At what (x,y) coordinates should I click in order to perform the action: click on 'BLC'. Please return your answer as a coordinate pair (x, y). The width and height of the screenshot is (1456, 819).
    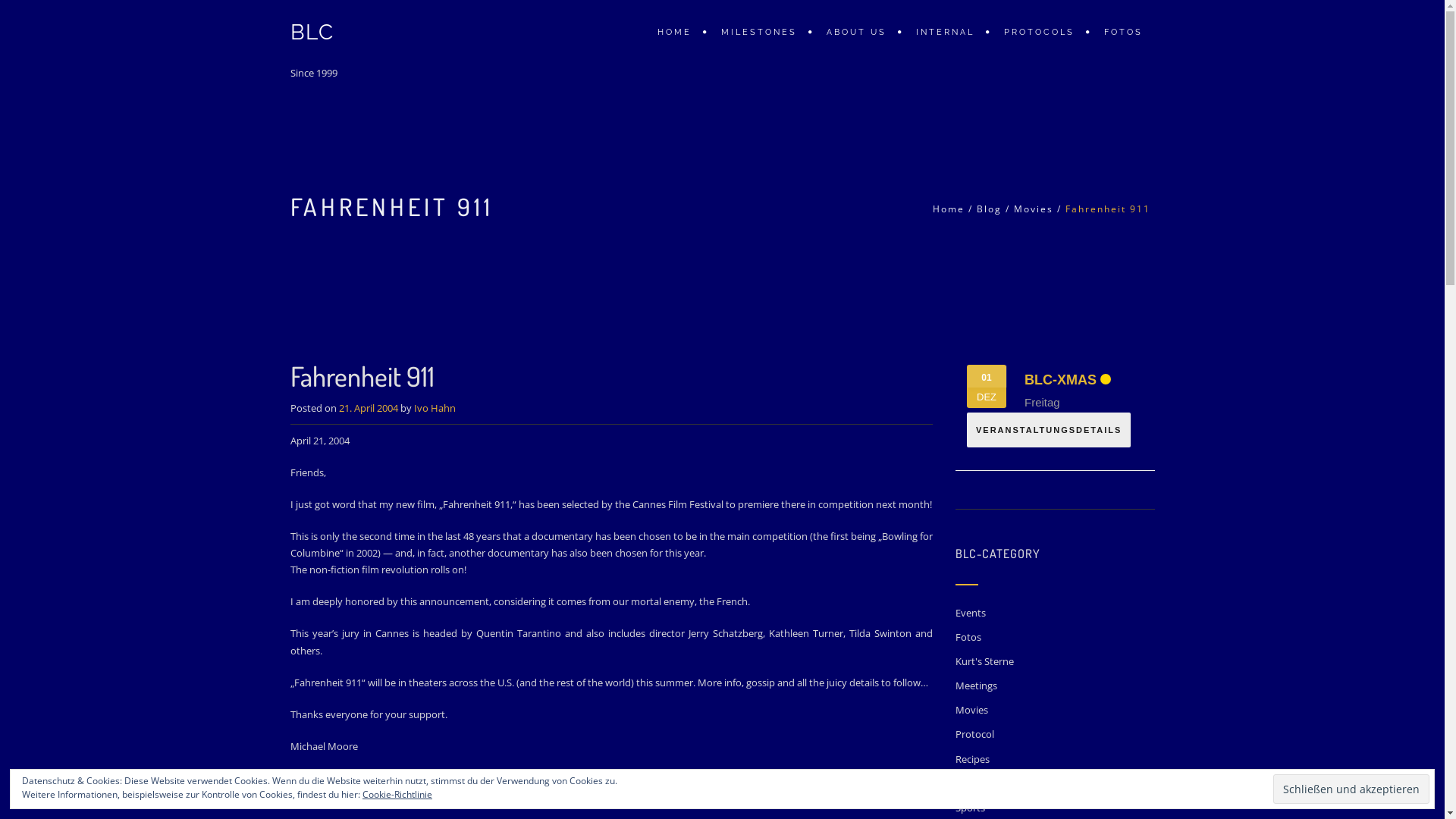
    Looking at the image, I should click on (311, 32).